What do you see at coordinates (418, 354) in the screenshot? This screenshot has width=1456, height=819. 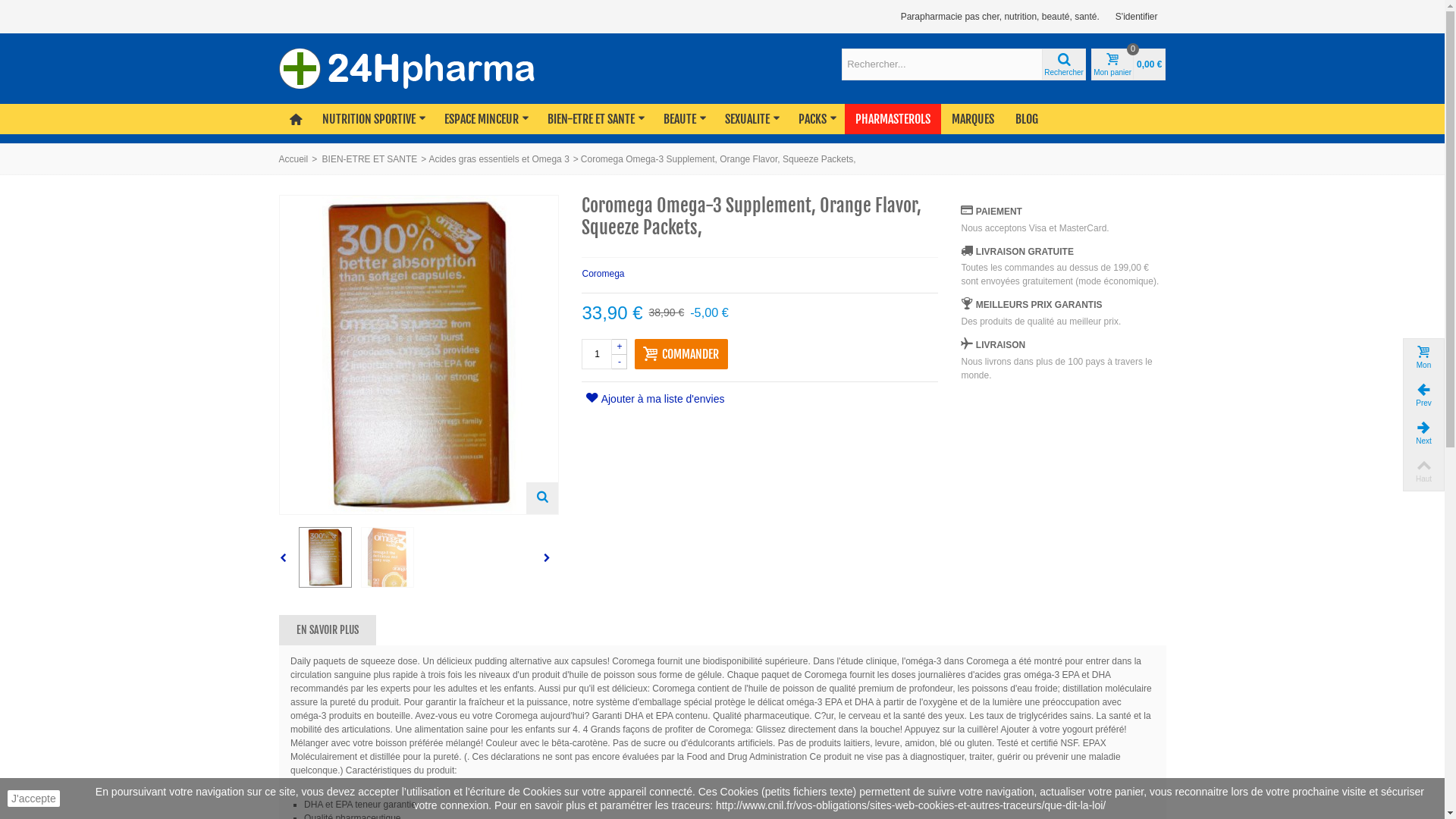 I see `'Coromega Omega-3 Supplement, Orange Flavor, Squeeze Packets,'` at bounding box center [418, 354].